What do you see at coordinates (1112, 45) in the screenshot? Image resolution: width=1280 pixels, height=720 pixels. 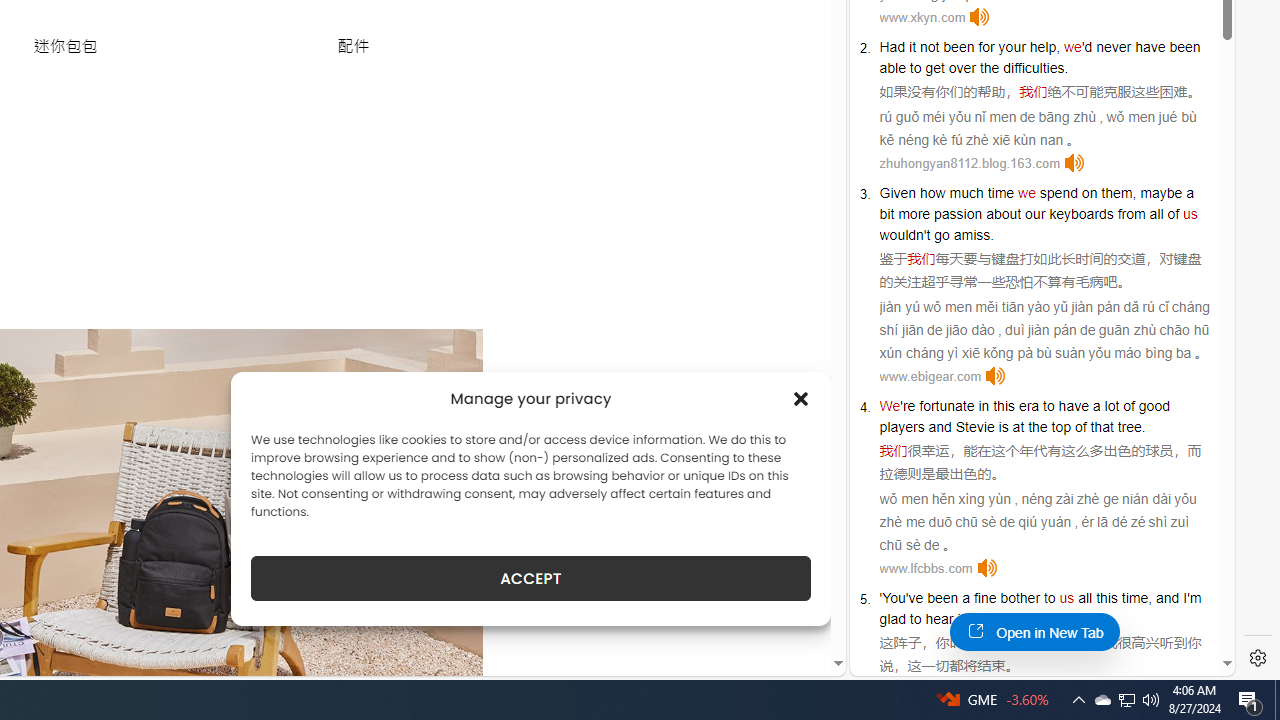 I see `'never'` at bounding box center [1112, 45].